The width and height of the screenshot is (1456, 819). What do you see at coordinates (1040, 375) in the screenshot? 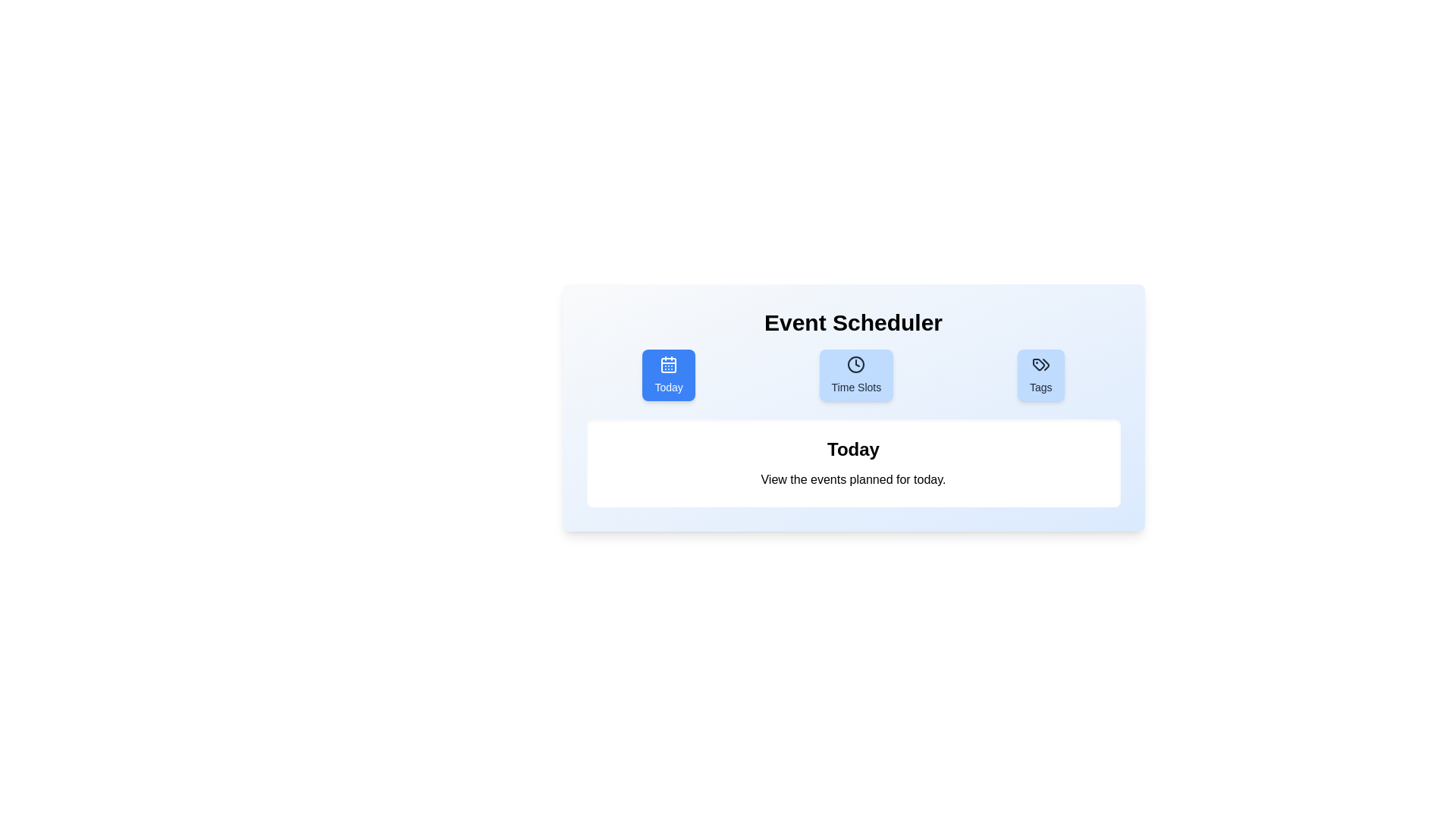
I see `the Tags tab` at bounding box center [1040, 375].